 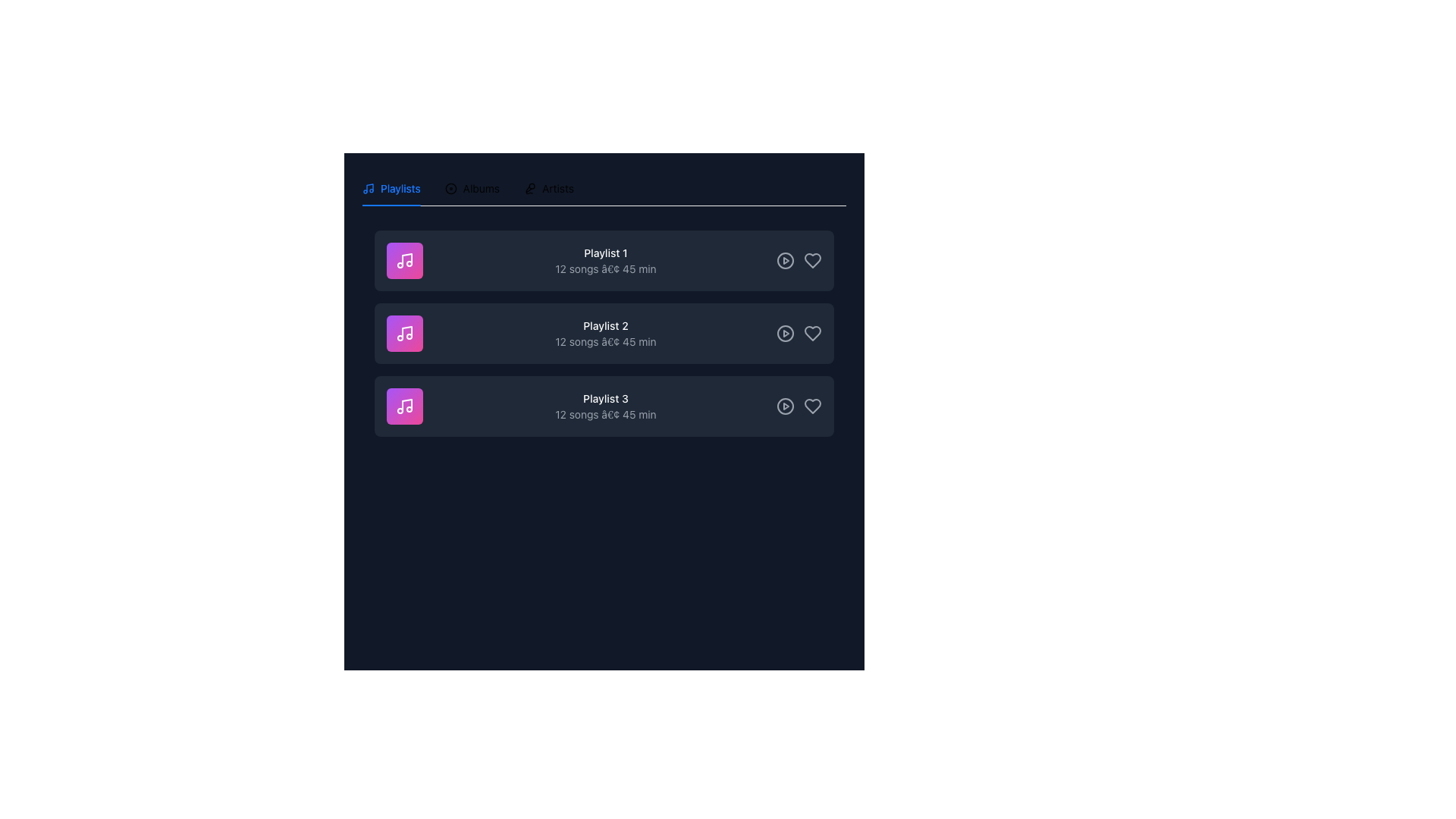 What do you see at coordinates (407, 404) in the screenshot?
I see `the vertical line of the music note icon, which is part of the playlist card in the leftmost region, featuring a bright pink background` at bounding box center [407, 404].